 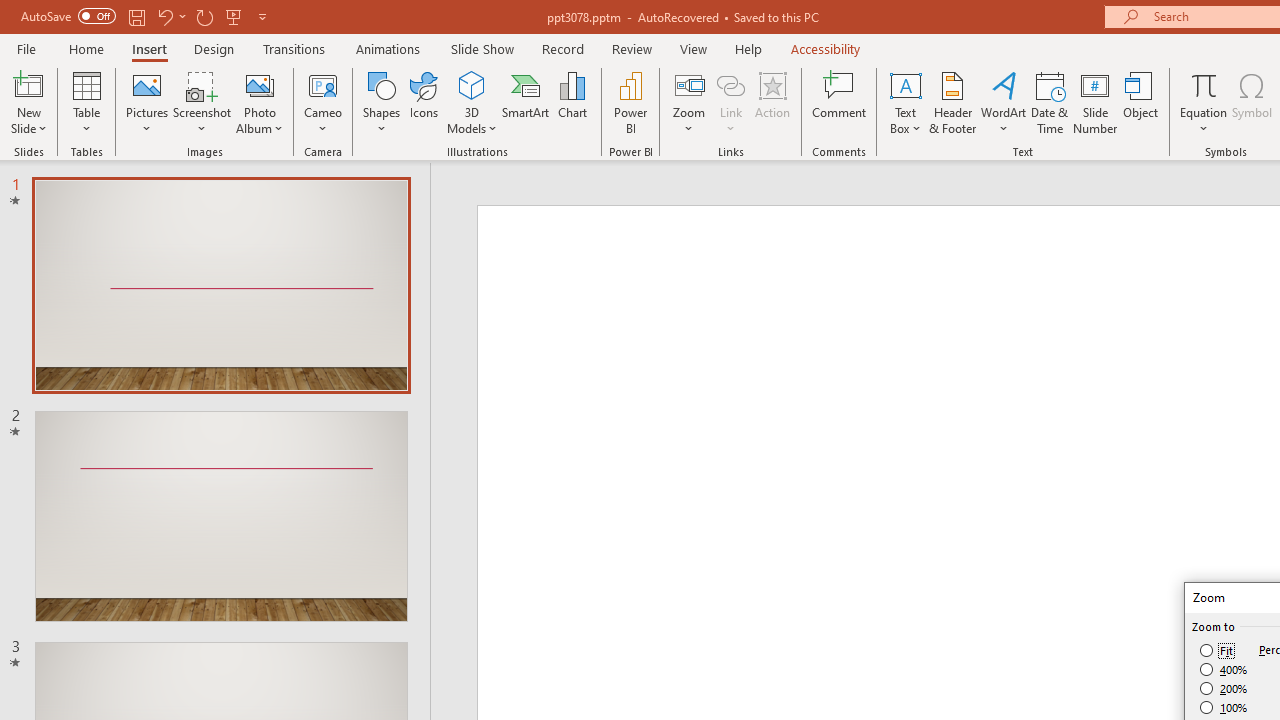 I want to click on 'Table', so click(x=86, y=103).